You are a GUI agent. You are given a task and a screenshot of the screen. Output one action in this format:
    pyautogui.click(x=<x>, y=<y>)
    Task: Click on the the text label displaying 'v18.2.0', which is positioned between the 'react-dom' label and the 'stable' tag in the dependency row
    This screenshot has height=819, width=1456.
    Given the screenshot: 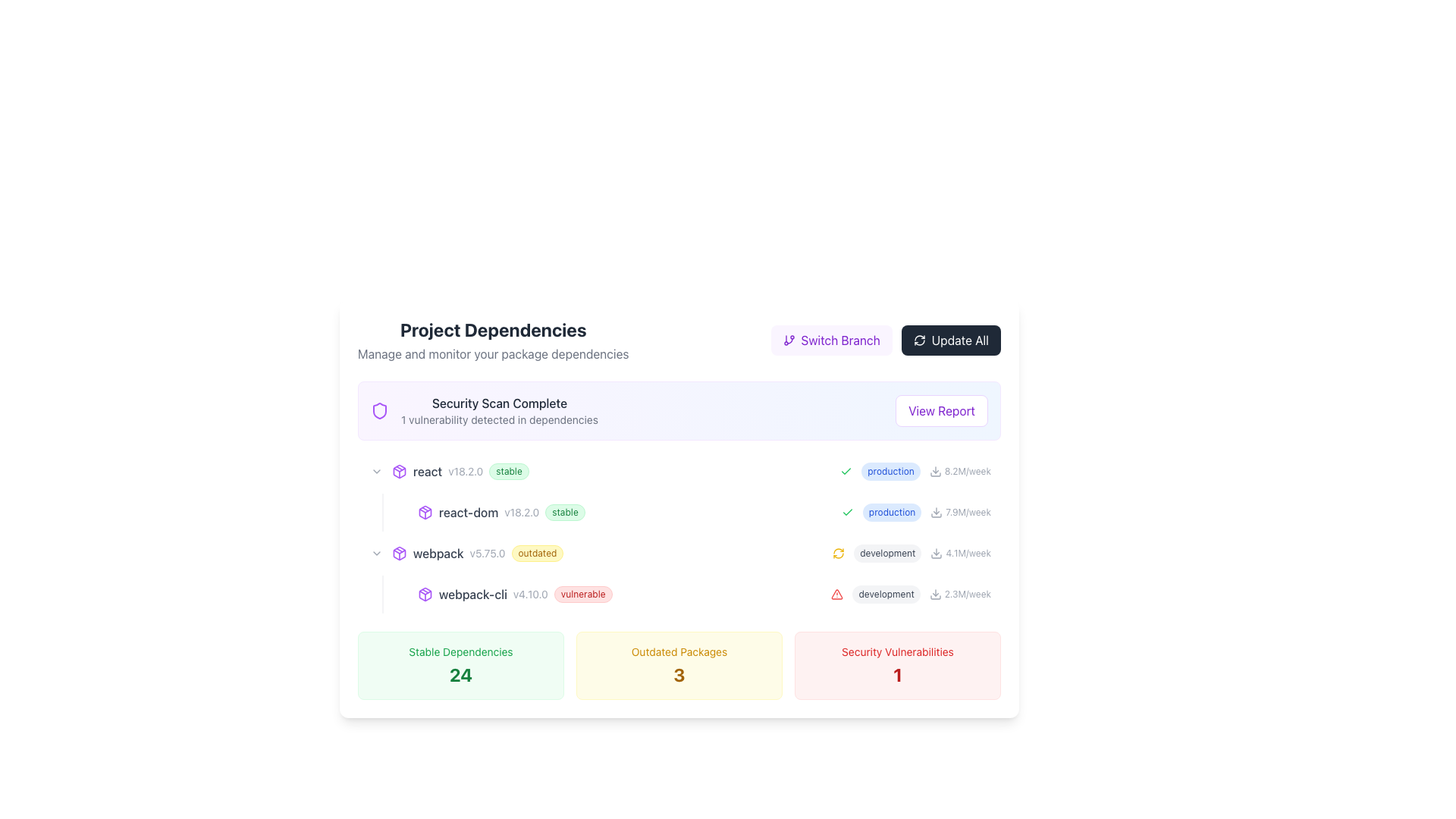 What is the action you would take?
    pyautogui.click(x=522, y=512)
    